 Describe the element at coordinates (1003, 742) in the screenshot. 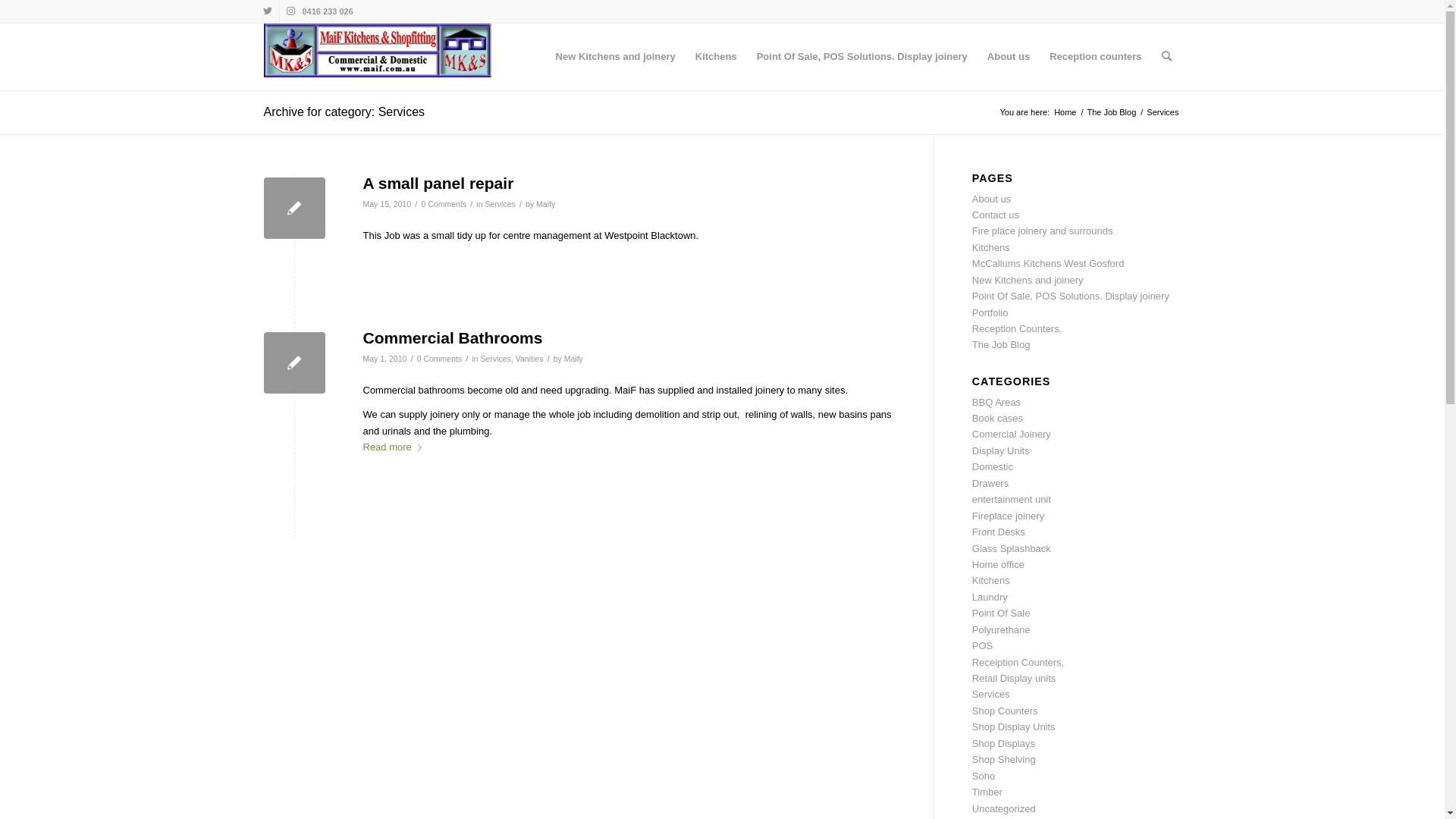

I see `'Shop Displays'` at that location.